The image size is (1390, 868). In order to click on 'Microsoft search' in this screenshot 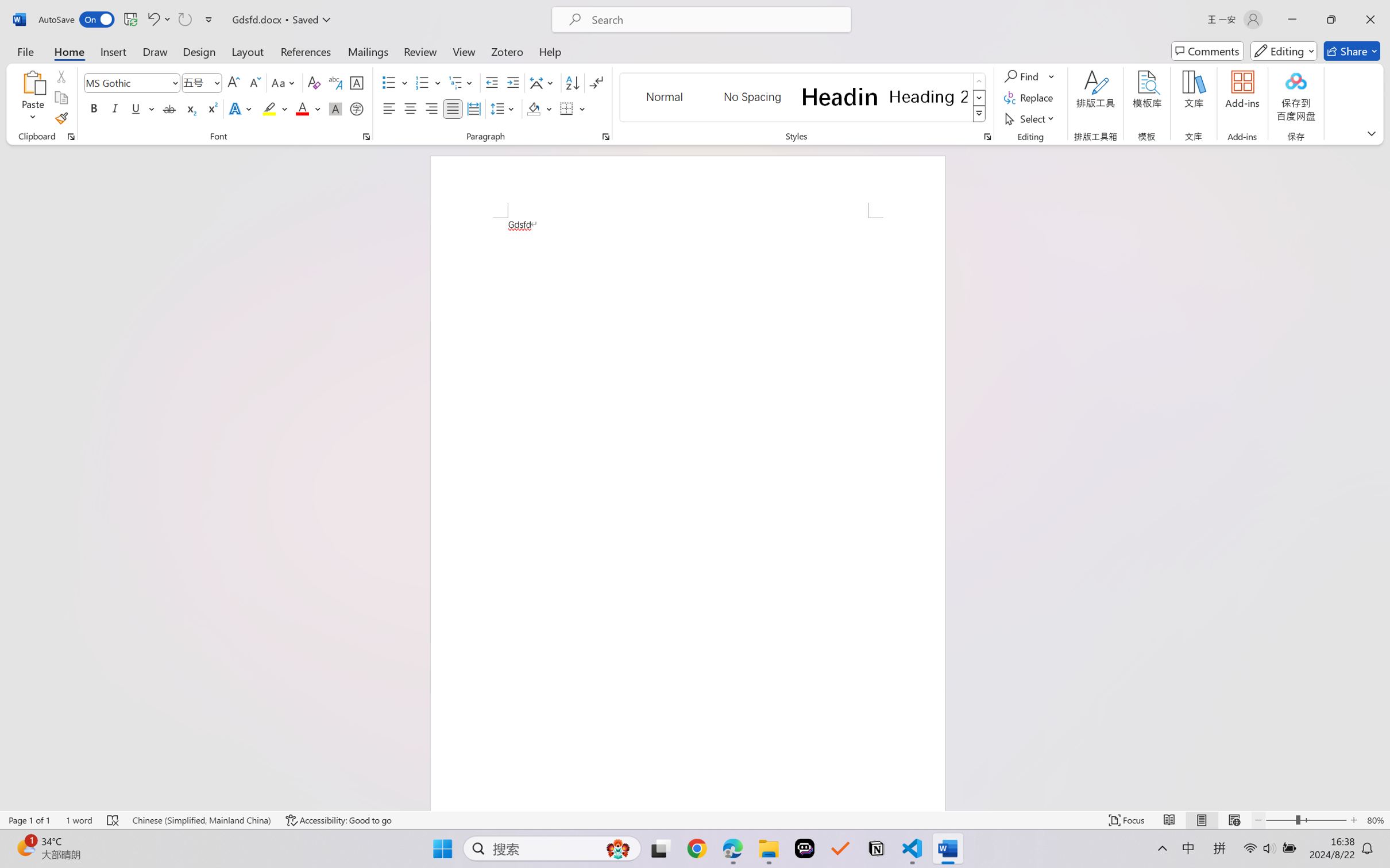, I will do `click(716, 19)`.